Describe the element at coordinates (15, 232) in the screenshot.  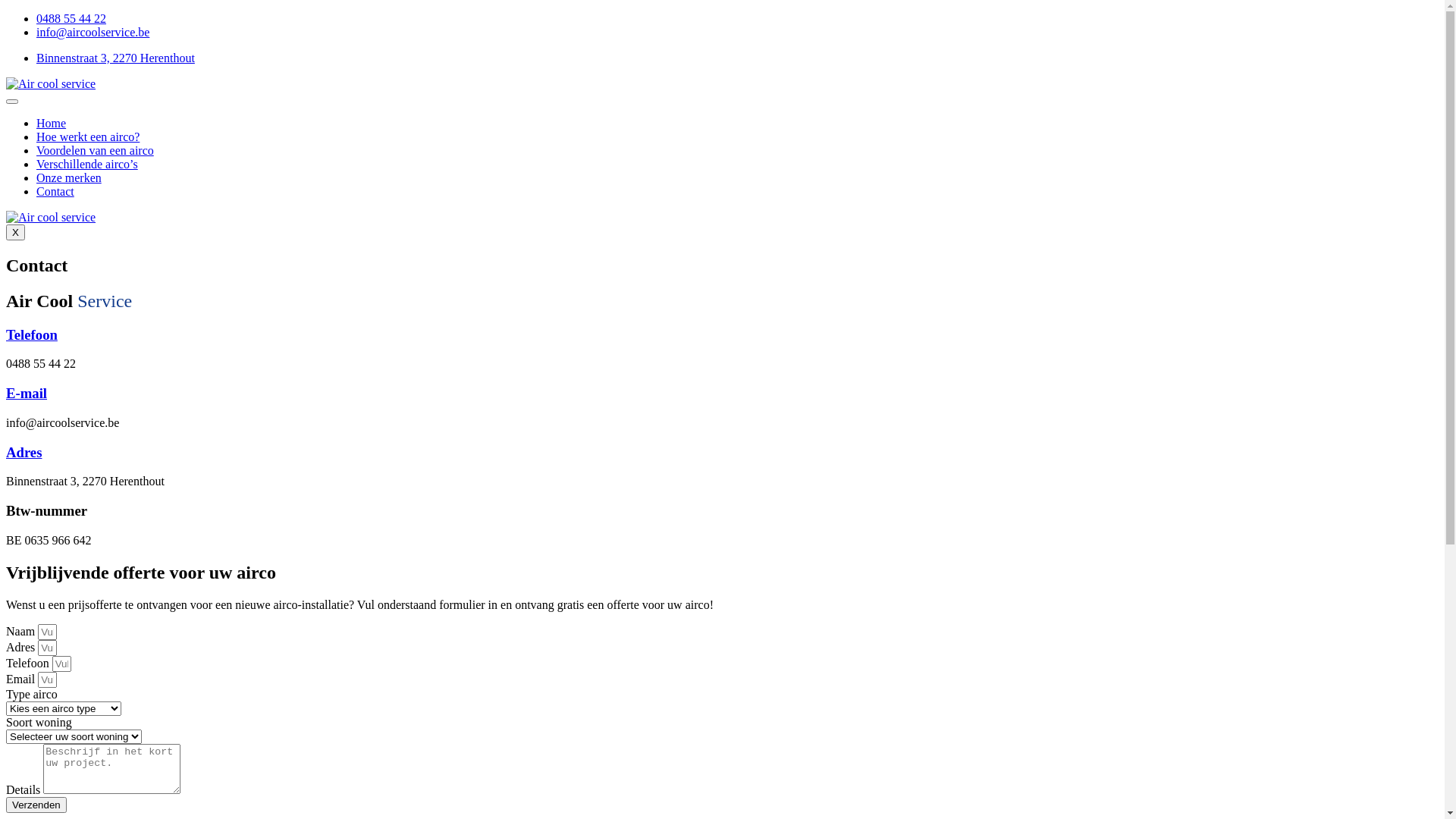
I see `'X'` at that location.